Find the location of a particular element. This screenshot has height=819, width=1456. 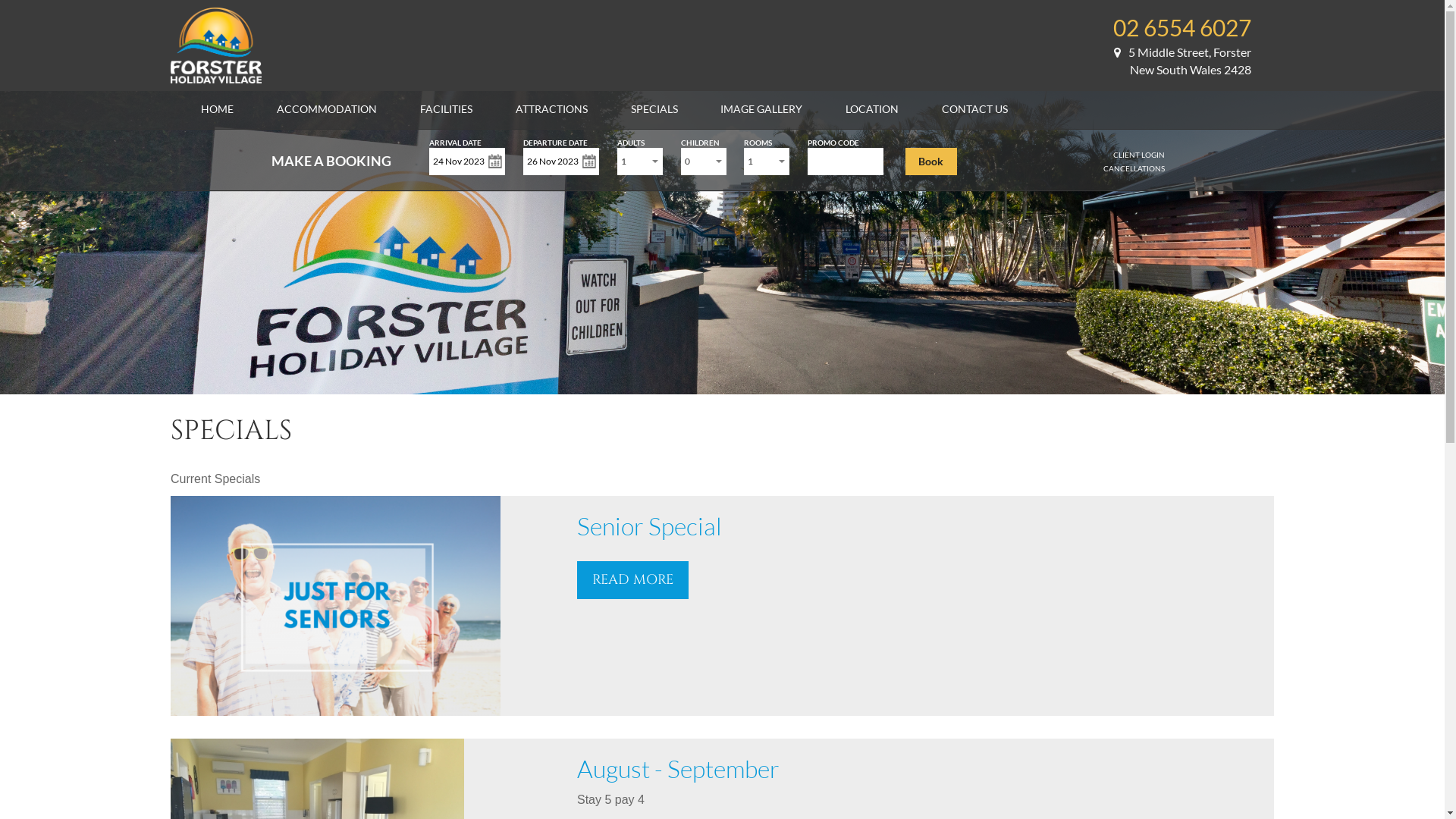

'IMAGE GALLERY' is located at coordinates (761, 108).